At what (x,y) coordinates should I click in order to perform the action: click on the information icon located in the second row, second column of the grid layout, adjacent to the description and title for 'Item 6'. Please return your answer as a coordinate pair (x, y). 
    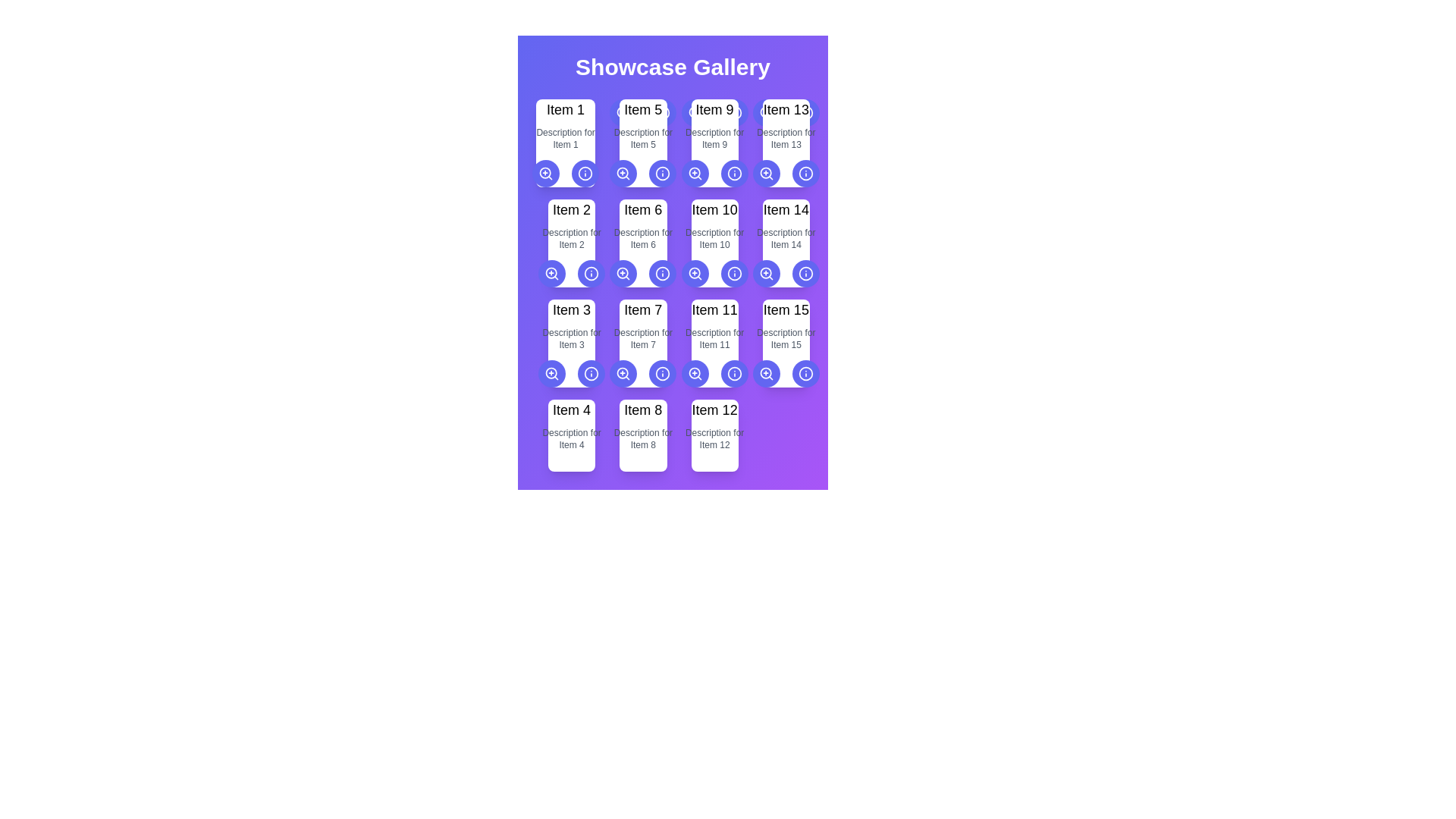
    Looking at the image, I should click on (591, 274).